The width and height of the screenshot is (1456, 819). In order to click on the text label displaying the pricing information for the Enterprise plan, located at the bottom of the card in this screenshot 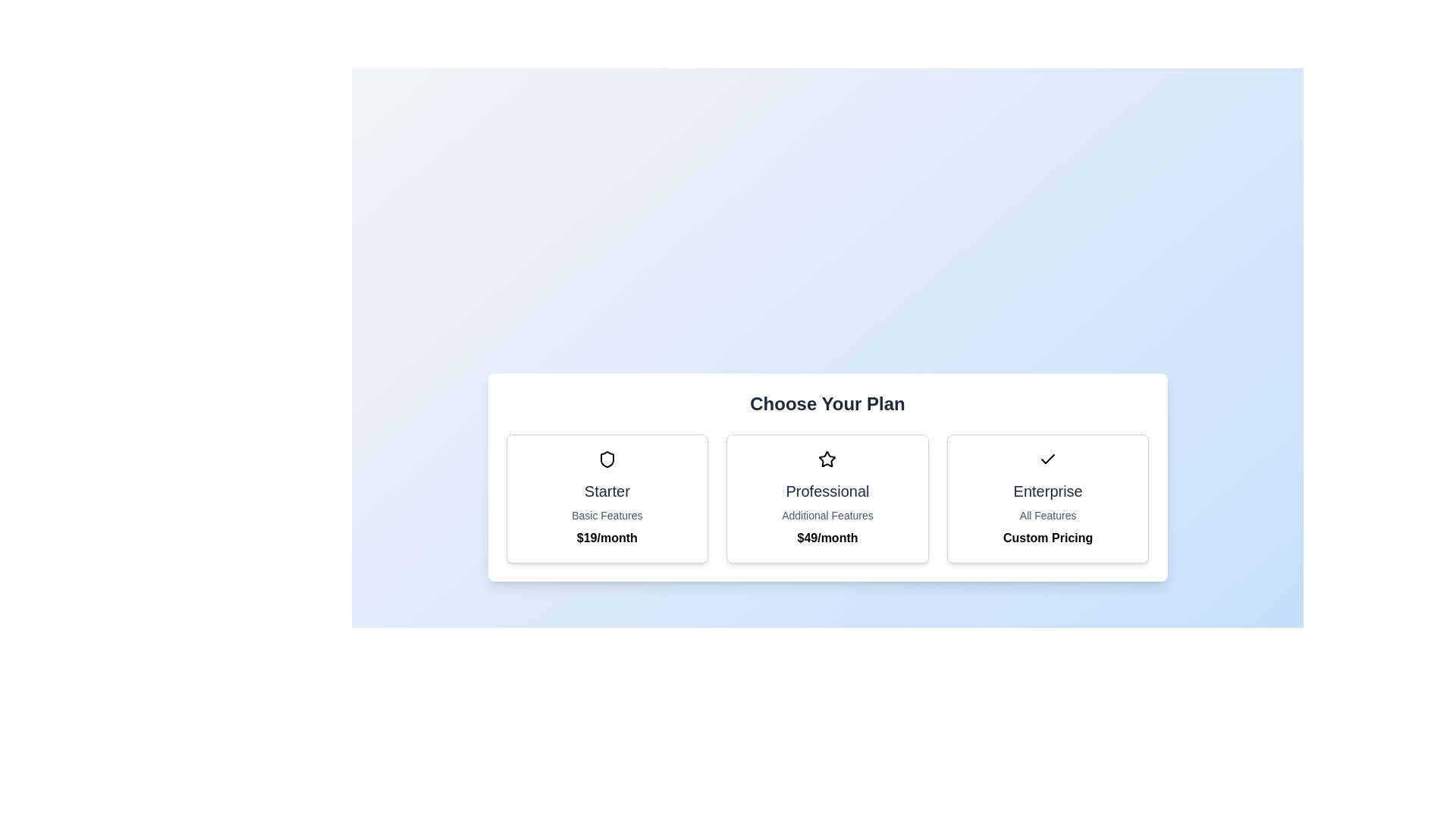, I will do `click(1047, 537)`.